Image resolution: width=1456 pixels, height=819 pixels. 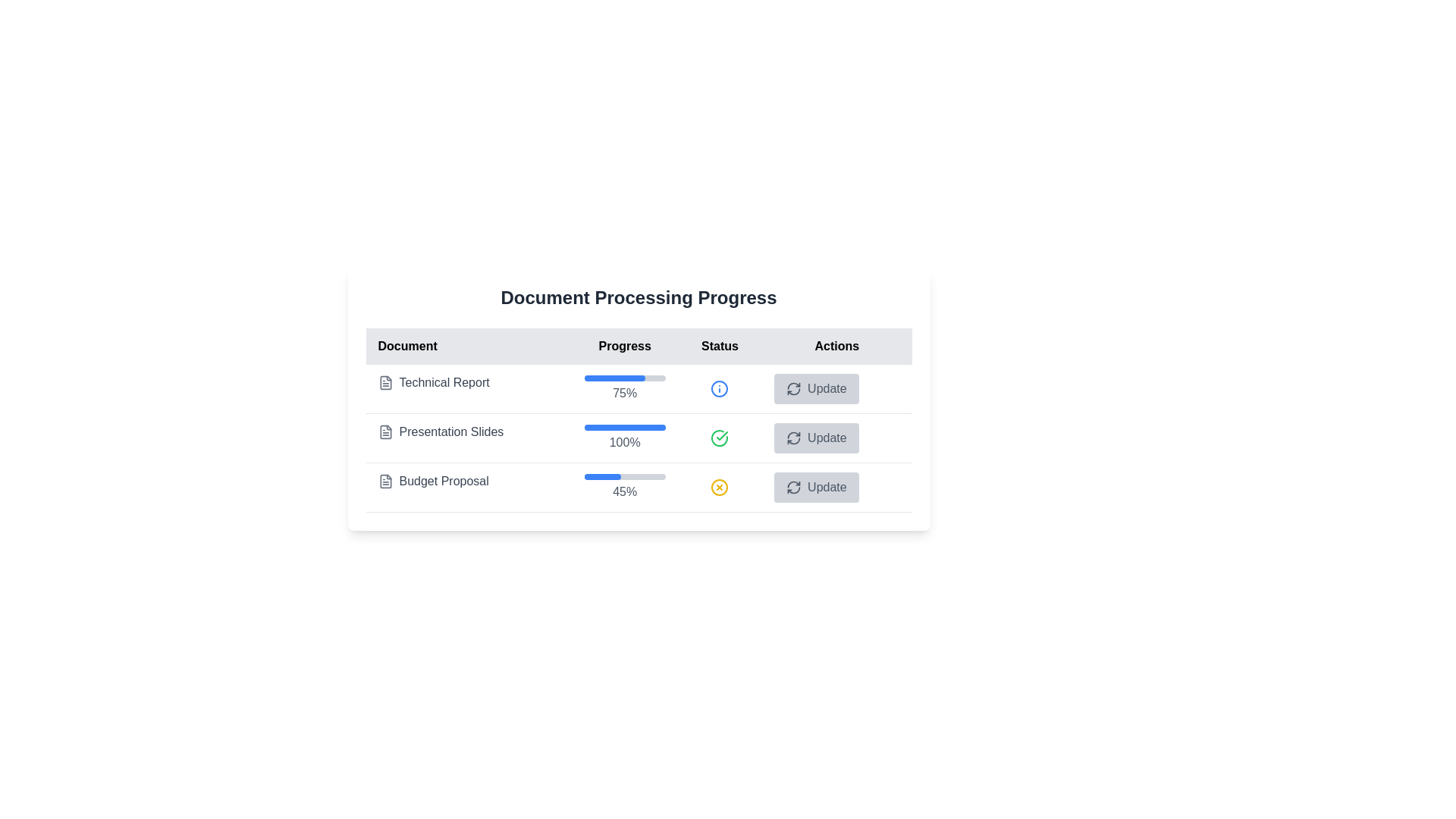 I want to click on the 'Budget Proposal' row in the 'Document Processing Progress' table for potential redirection or actions, so click(x=639, y=488).